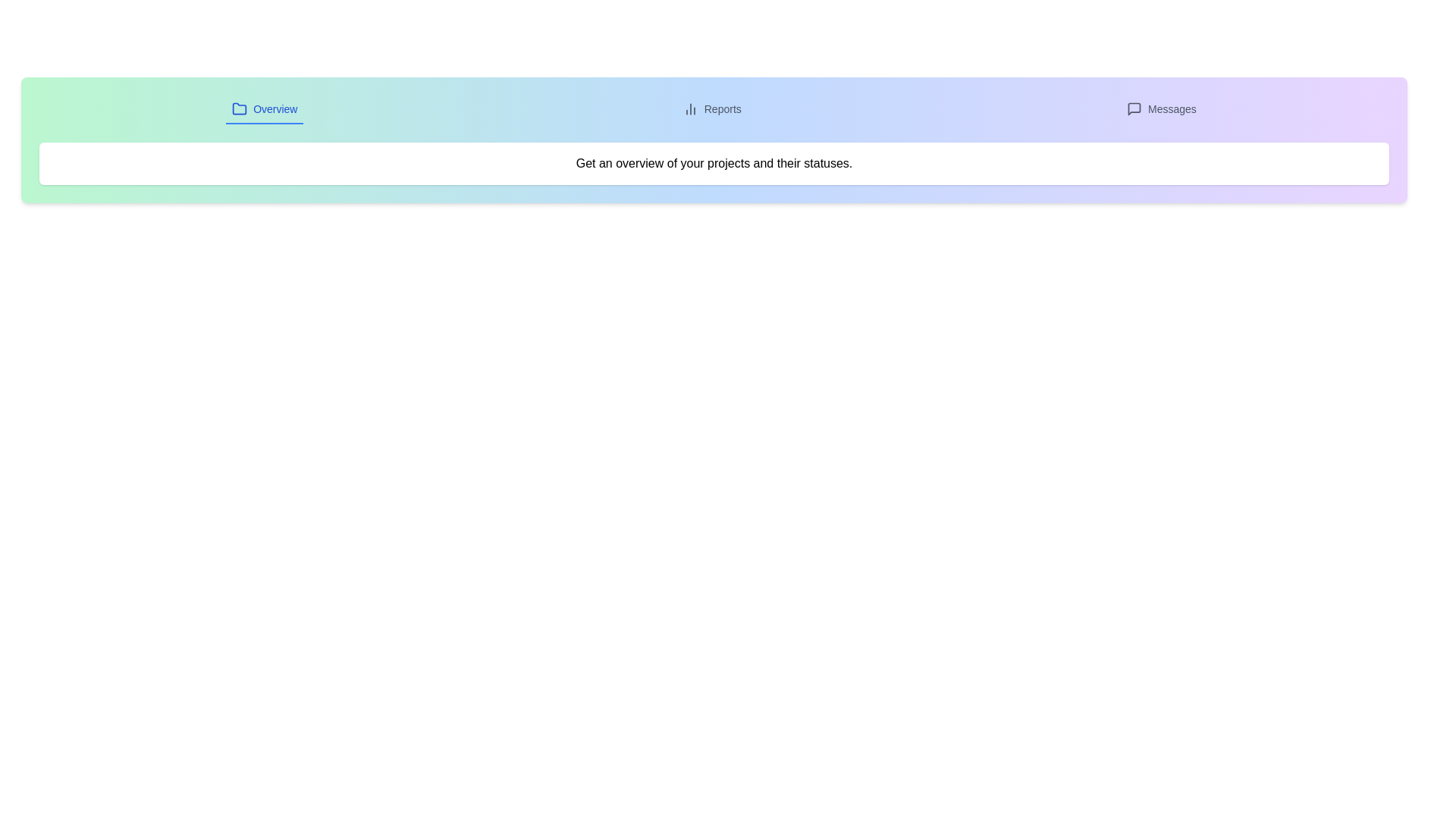  I want to click on the Overview tab, so click(265, 109).